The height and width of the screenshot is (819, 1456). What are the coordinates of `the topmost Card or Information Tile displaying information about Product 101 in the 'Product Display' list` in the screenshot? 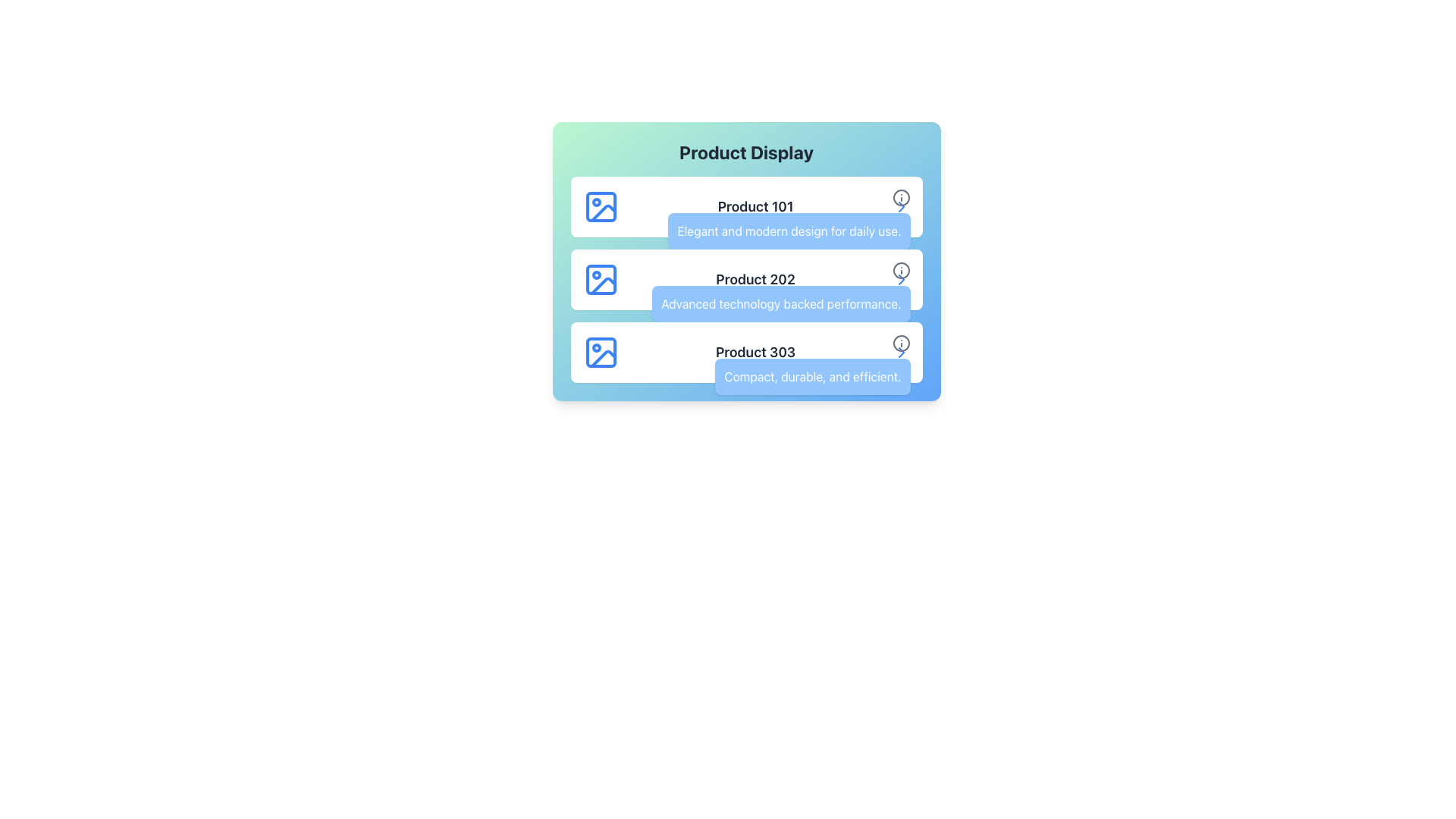 It's located at (746, 207).